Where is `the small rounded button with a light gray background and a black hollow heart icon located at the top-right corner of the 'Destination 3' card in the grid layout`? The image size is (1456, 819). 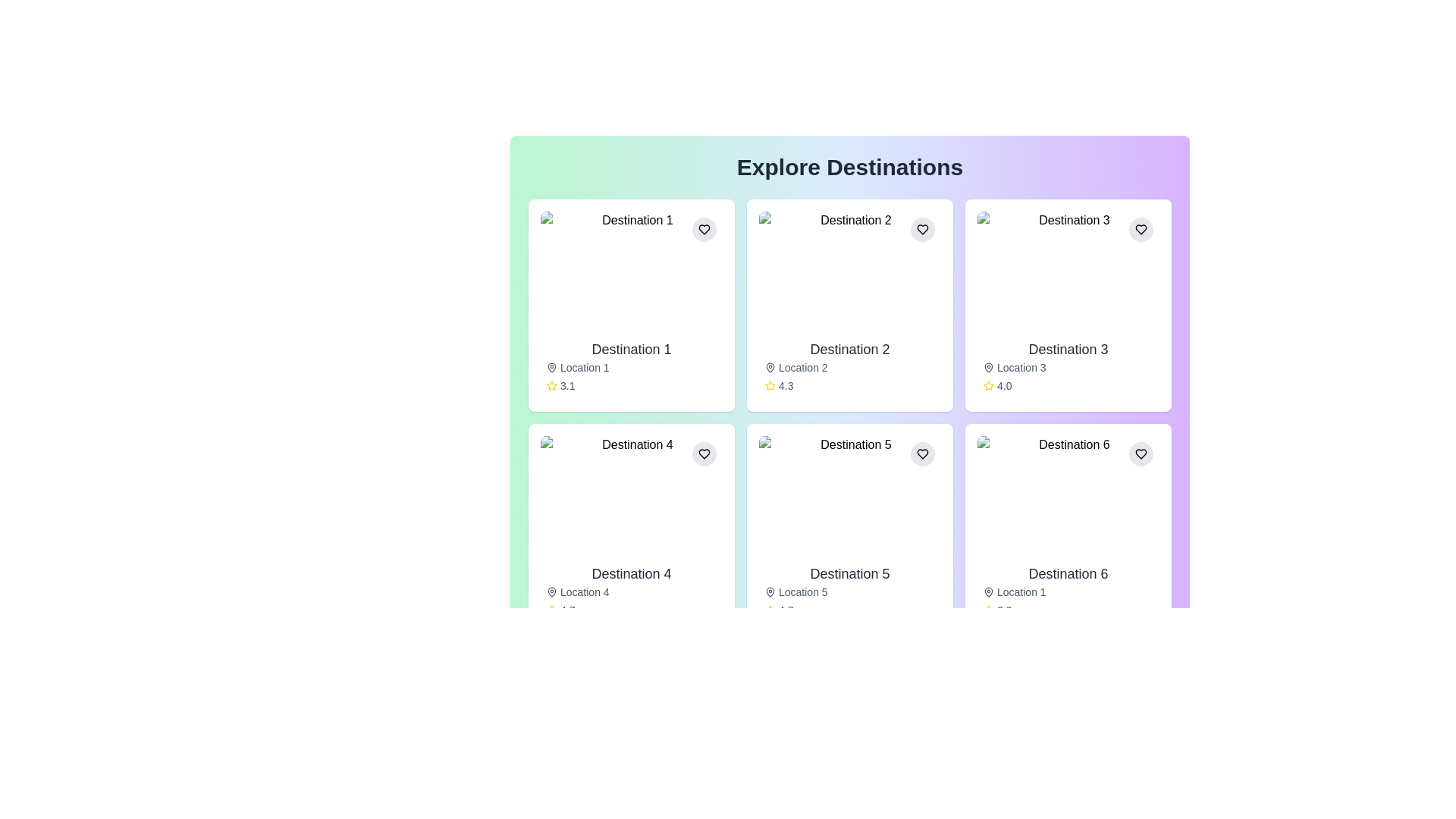
the small rounded button with a light gray background and a black hollow heart icon located at the top-right corner of the 'Destination 3' card in the grid layout is located at coordinates (1141, 230).